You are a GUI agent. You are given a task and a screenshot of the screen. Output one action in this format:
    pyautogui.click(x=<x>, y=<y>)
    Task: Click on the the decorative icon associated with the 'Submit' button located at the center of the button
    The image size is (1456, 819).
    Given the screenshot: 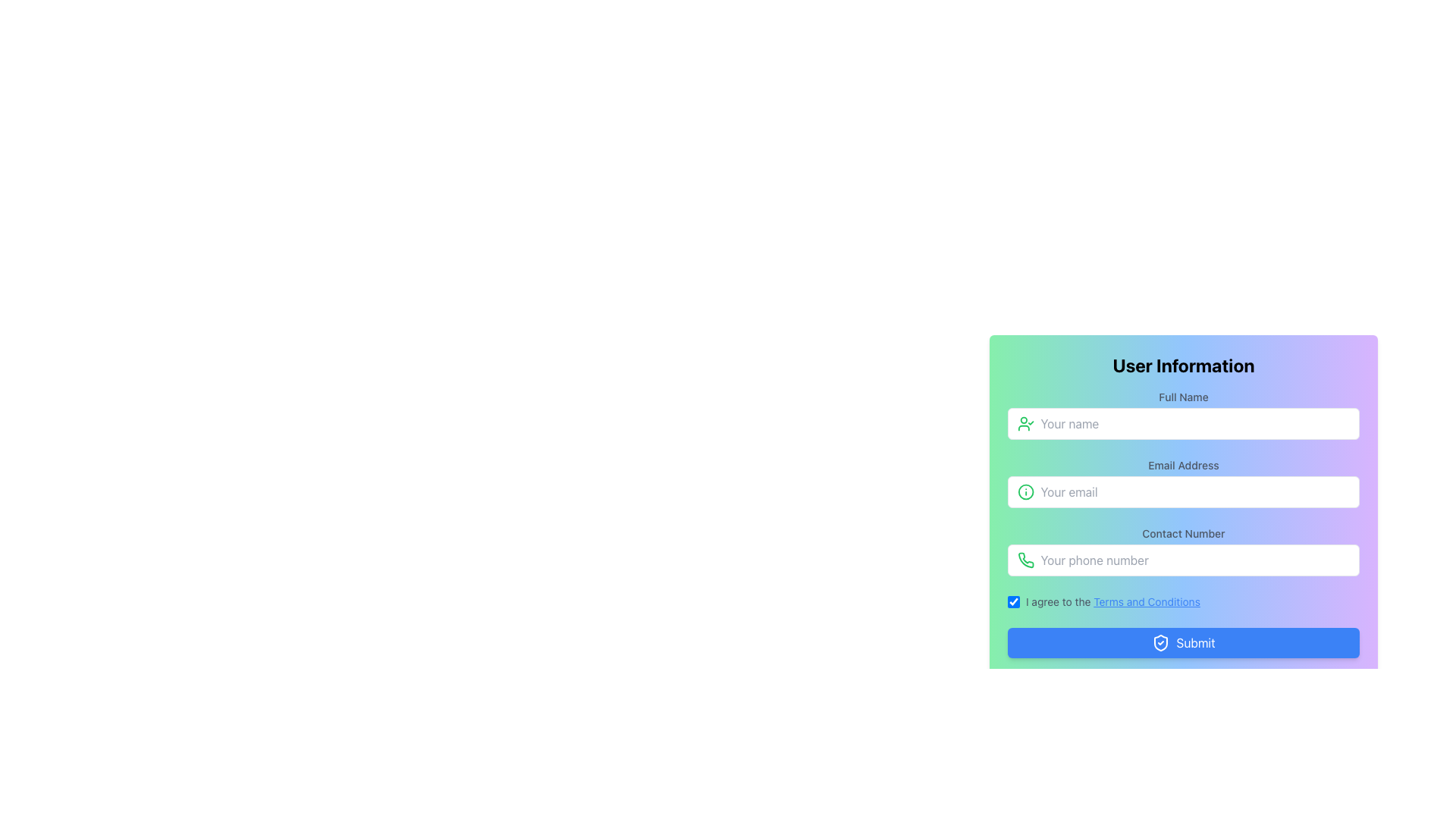 What is the action you would take?
    pyautogui.click(x=1160, y=643)
    